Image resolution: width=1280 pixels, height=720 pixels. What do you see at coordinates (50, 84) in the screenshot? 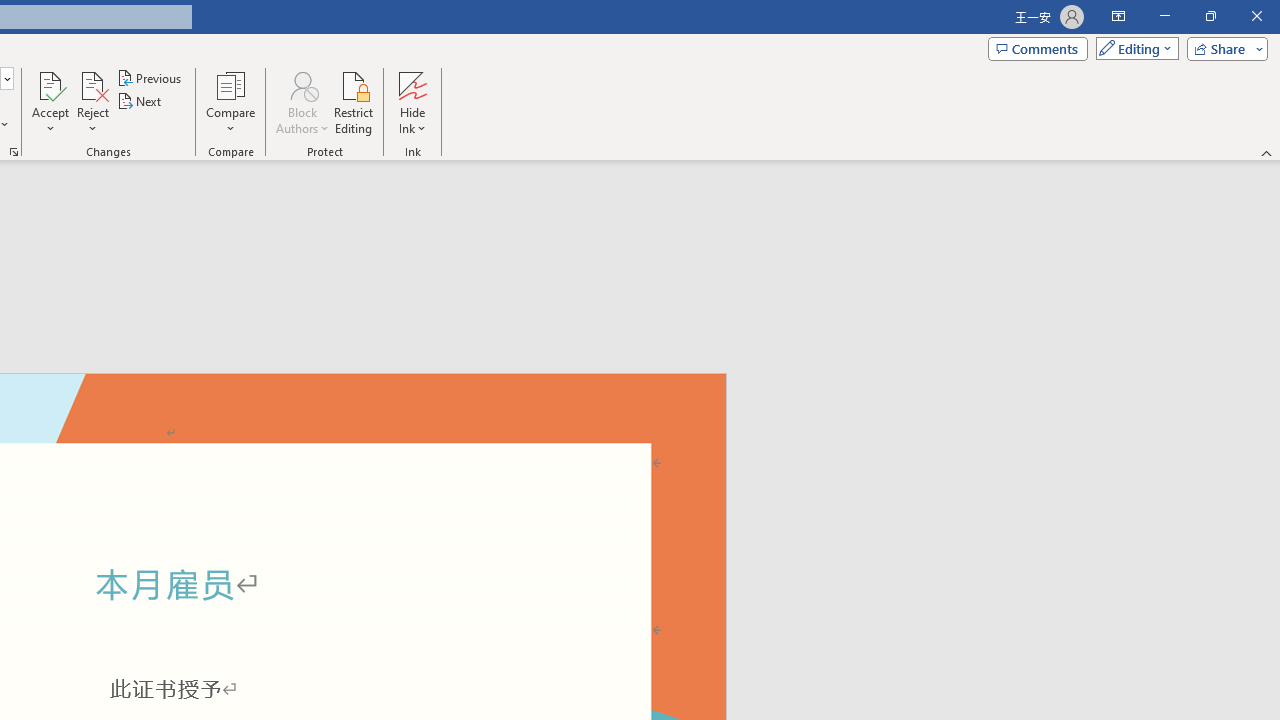
I see `'Accept and Move to Next'` at bounding box center [50, 84].